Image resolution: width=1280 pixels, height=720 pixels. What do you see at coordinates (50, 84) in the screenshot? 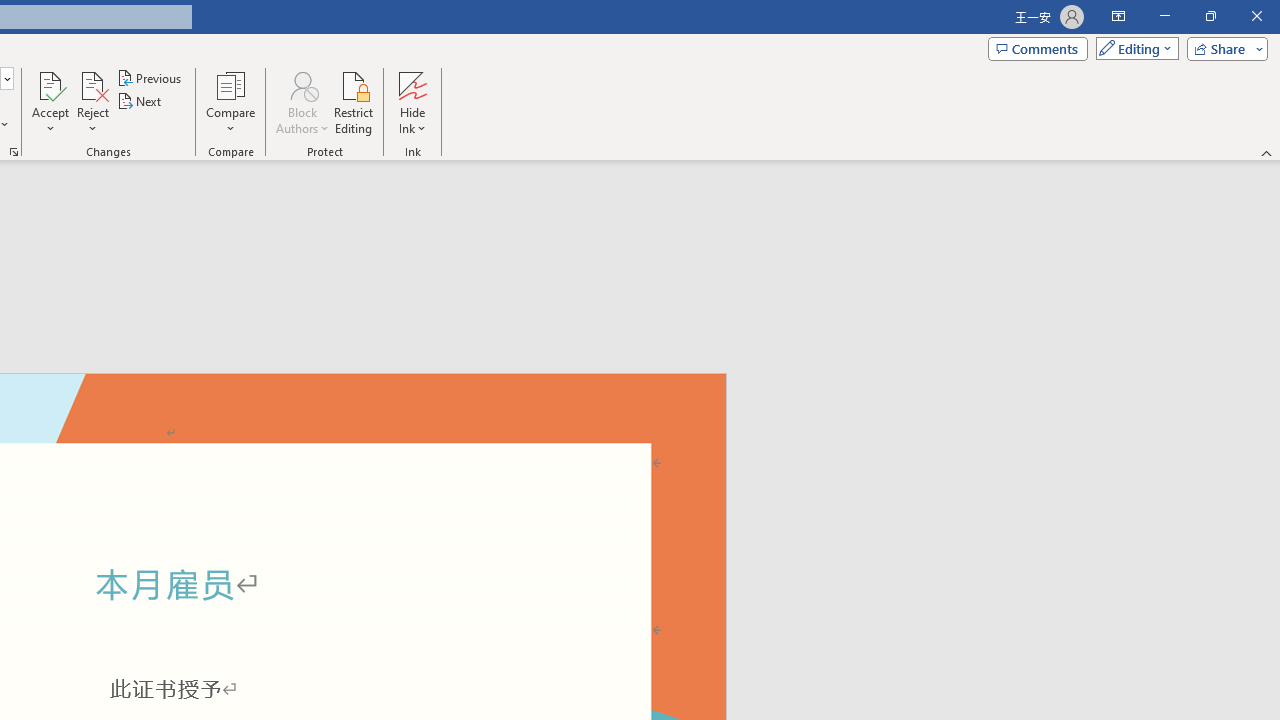
I see `'Accept and Move to Next'` at bounding box center [50, 84].